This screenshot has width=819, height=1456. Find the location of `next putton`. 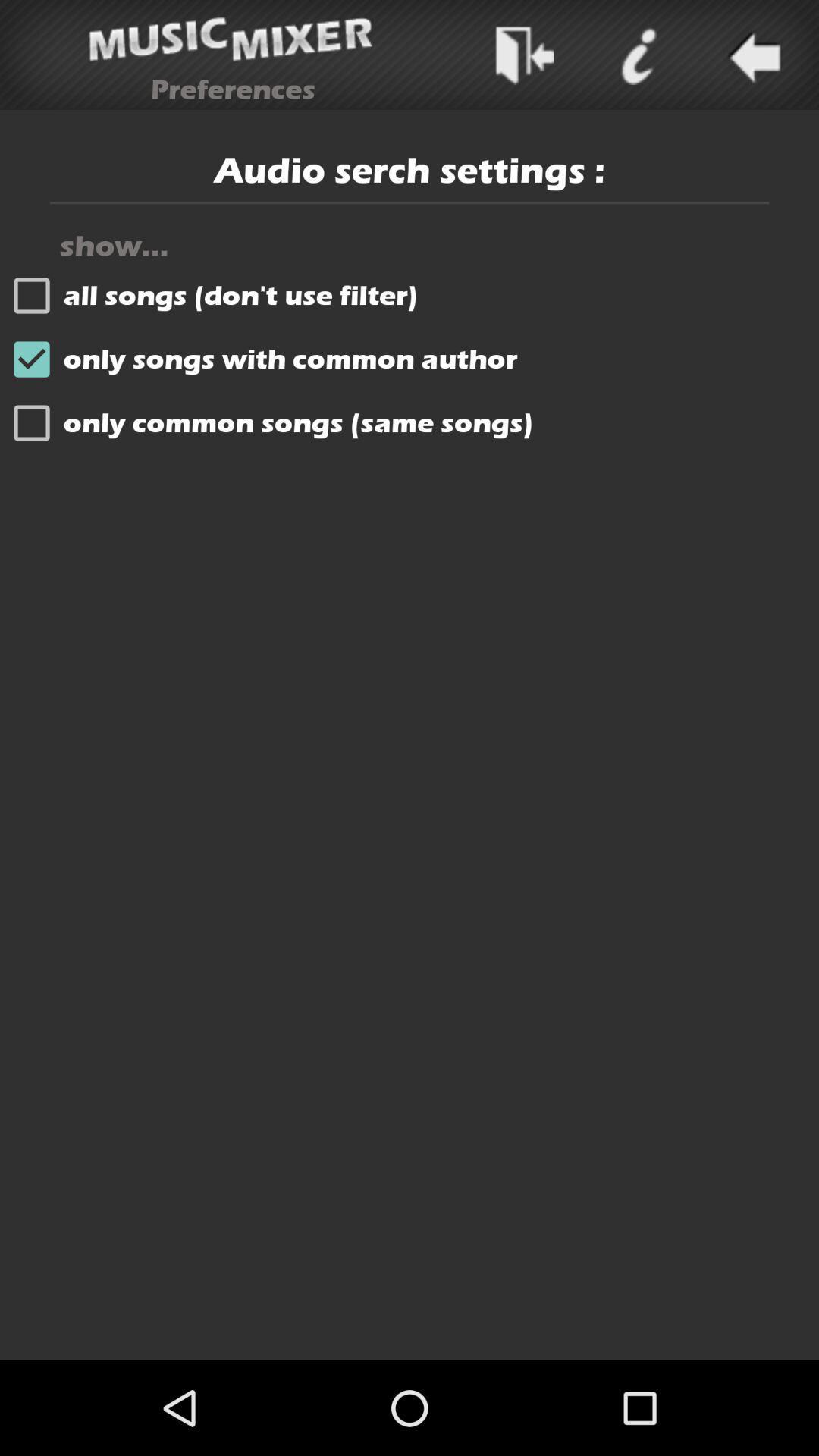

next putton is located at coordinates (523, 55).